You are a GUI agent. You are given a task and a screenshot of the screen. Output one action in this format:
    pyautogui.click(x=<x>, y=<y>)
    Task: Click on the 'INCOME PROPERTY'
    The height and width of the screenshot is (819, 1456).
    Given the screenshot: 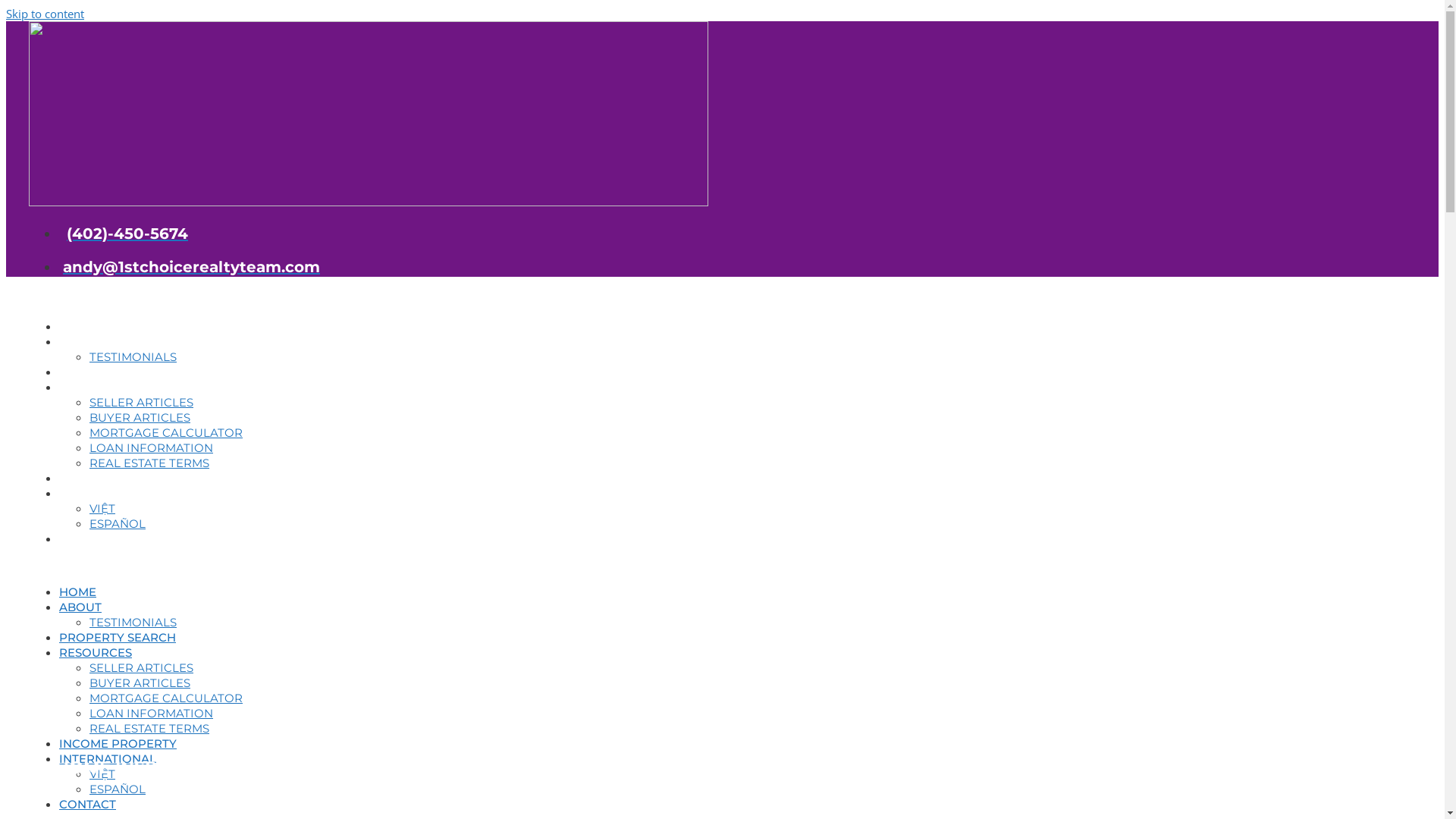 What is the action you would take?
    pyautogui.click(x=117, y=742)
    